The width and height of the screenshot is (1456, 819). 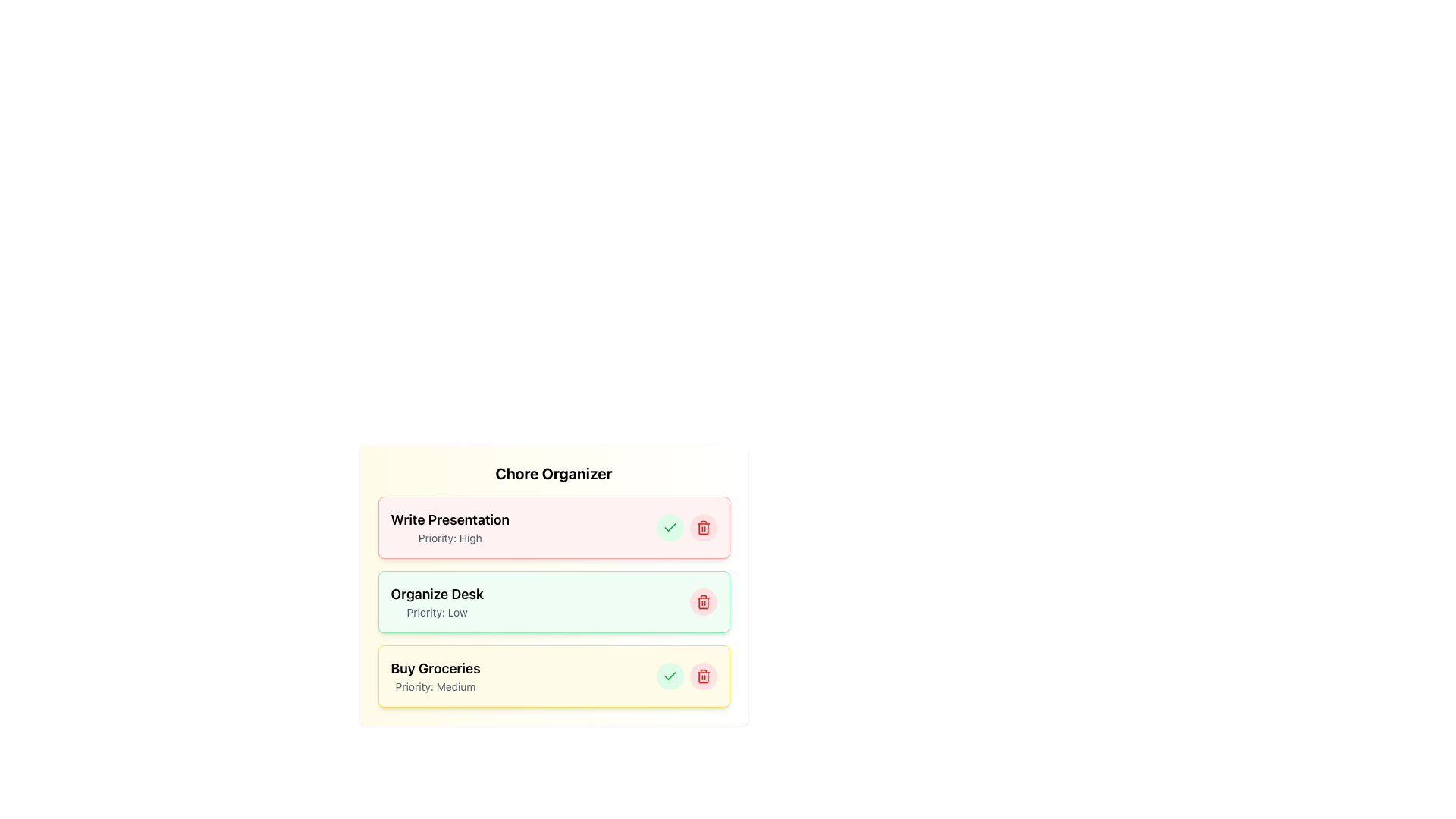 I want to click on the second interactive button intended for deletion actions, located to the right of the green circular confirmation button, so click(x=702, y=526).